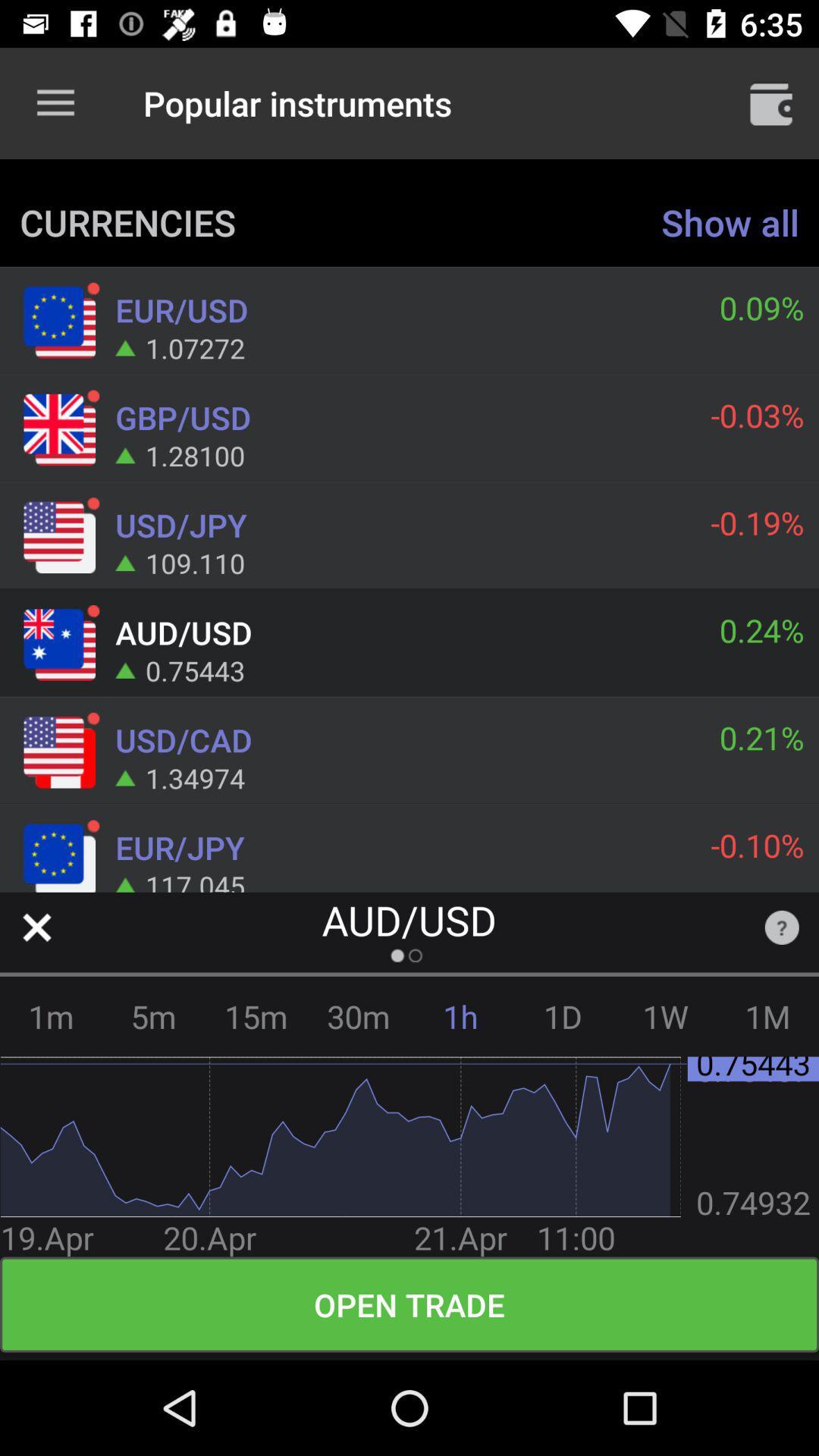 The width and height of the screenshot is (819, 1456). What do you see at coordinates (771, 102) in the screenshot?
I see `icon above show all item` at bounding box center [771, 102].